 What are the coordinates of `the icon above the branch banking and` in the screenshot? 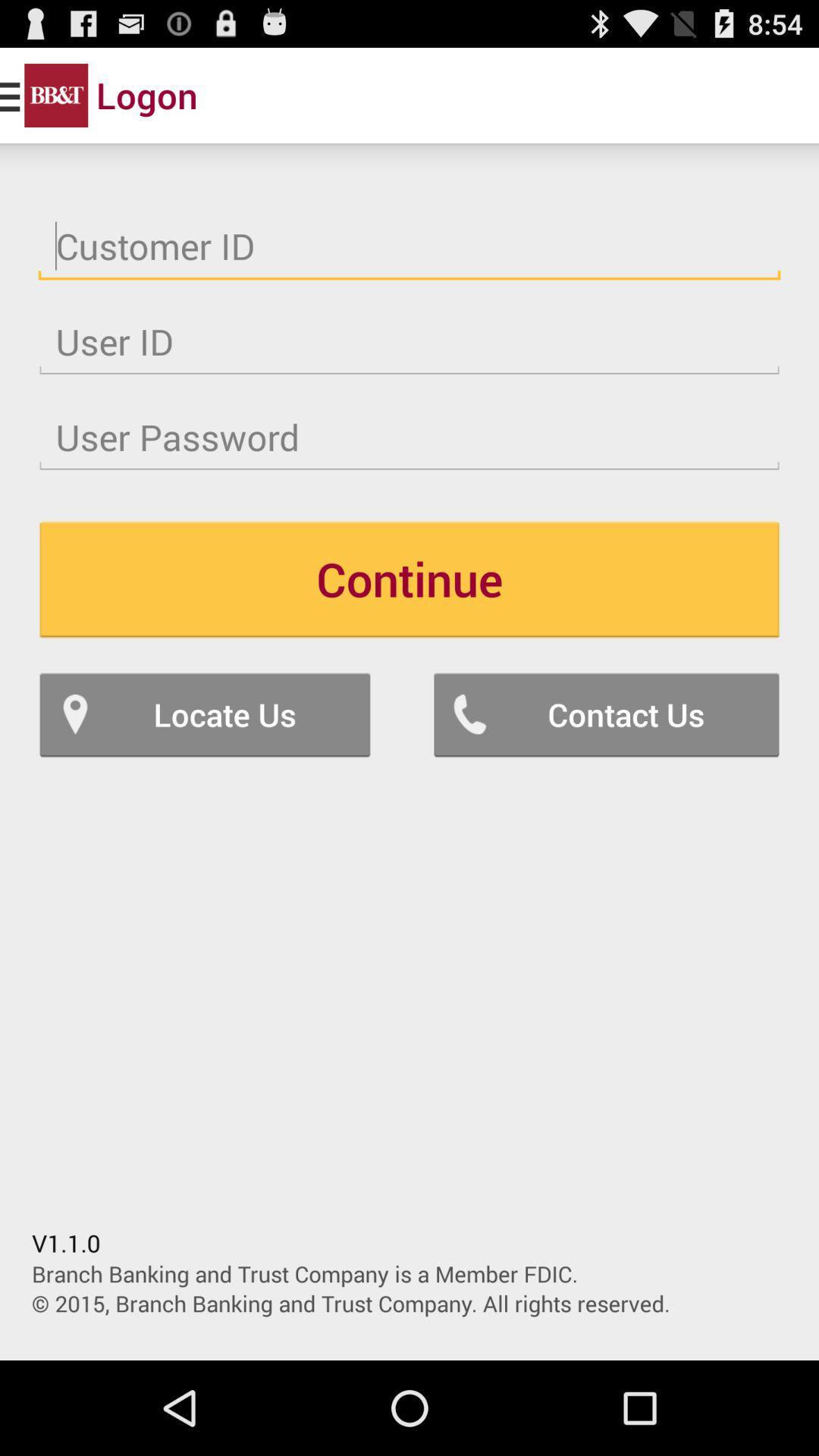 It's located at (605, 714).